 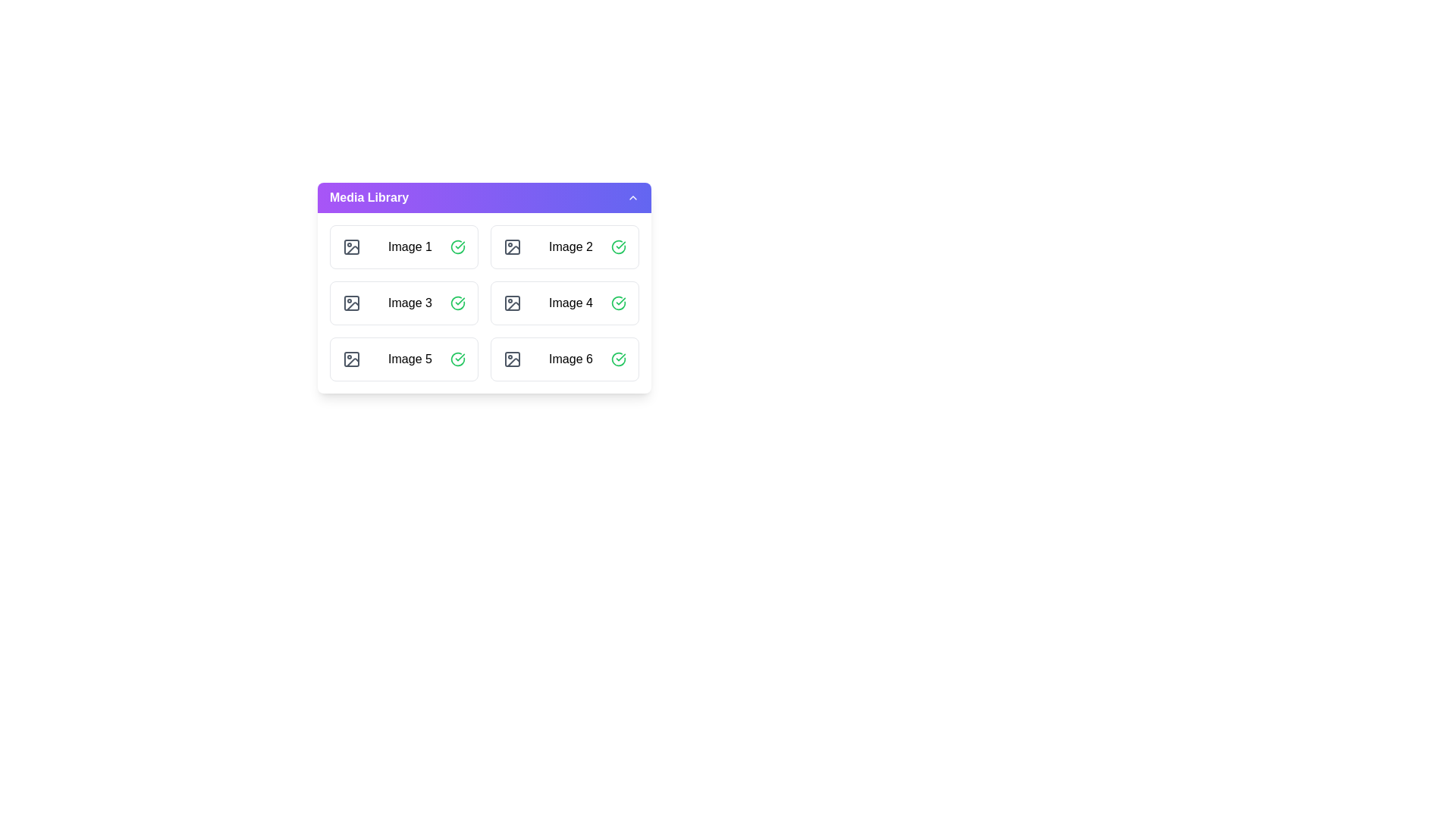 I want to click on the image item labeled Image 6, so click(x=563, y=359).